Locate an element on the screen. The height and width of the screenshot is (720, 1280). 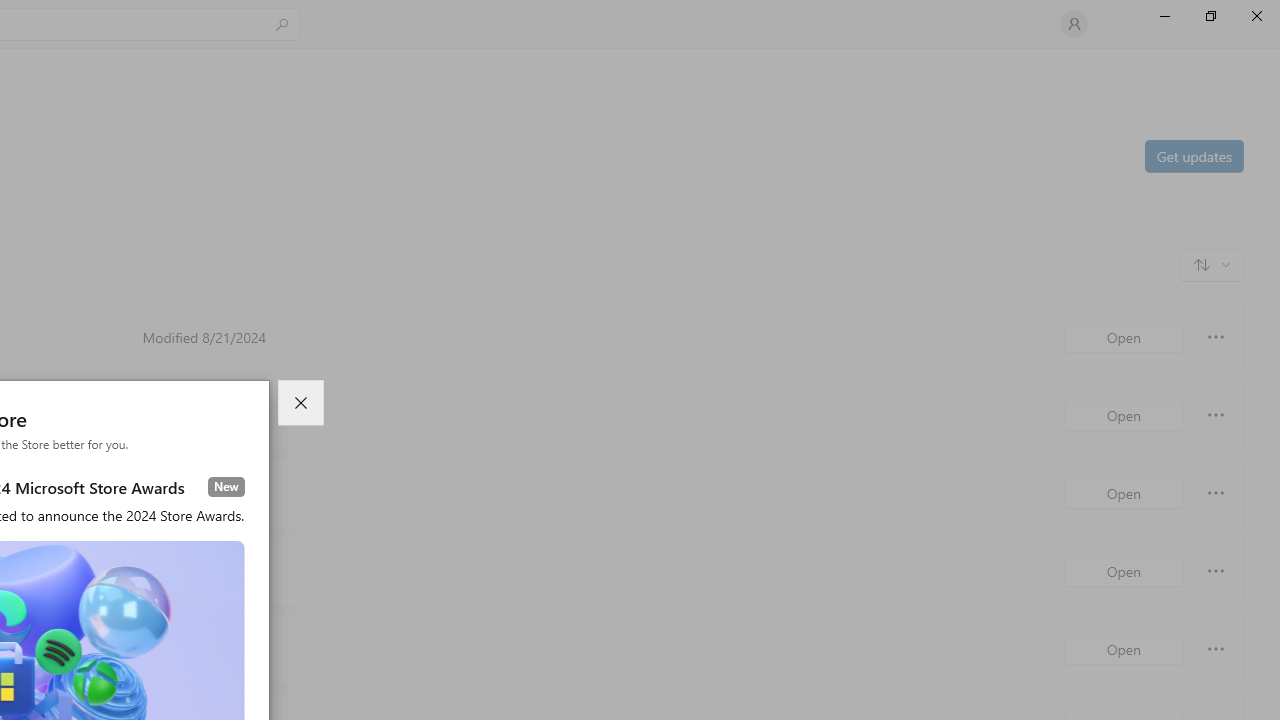
'User profile' is located at coordinates (1072, 24).